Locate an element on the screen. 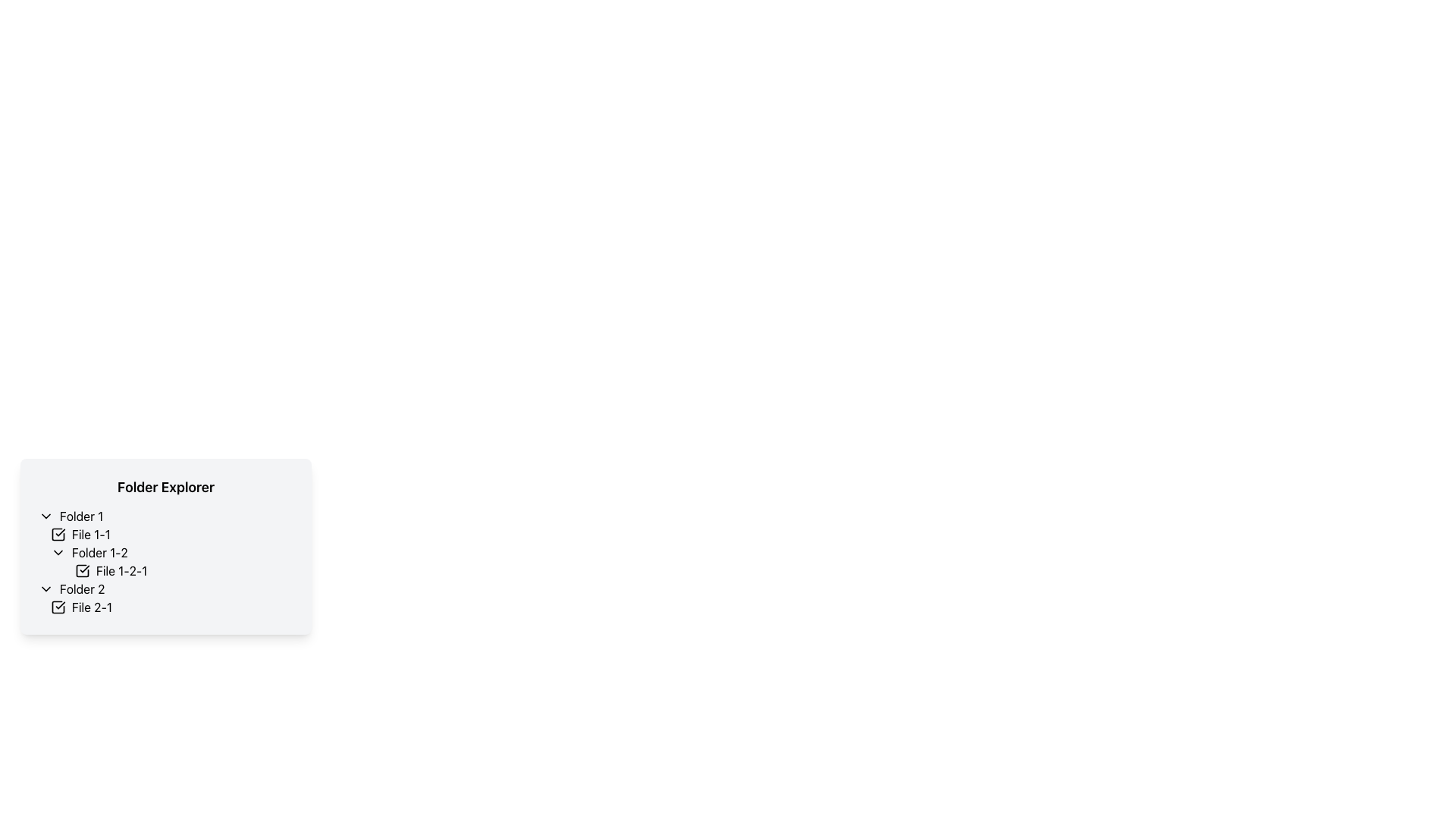  the downward-pointing chevron icon button, which is located to the left of the text 'Folder 1-2.' is located at coordinates (58, 553).